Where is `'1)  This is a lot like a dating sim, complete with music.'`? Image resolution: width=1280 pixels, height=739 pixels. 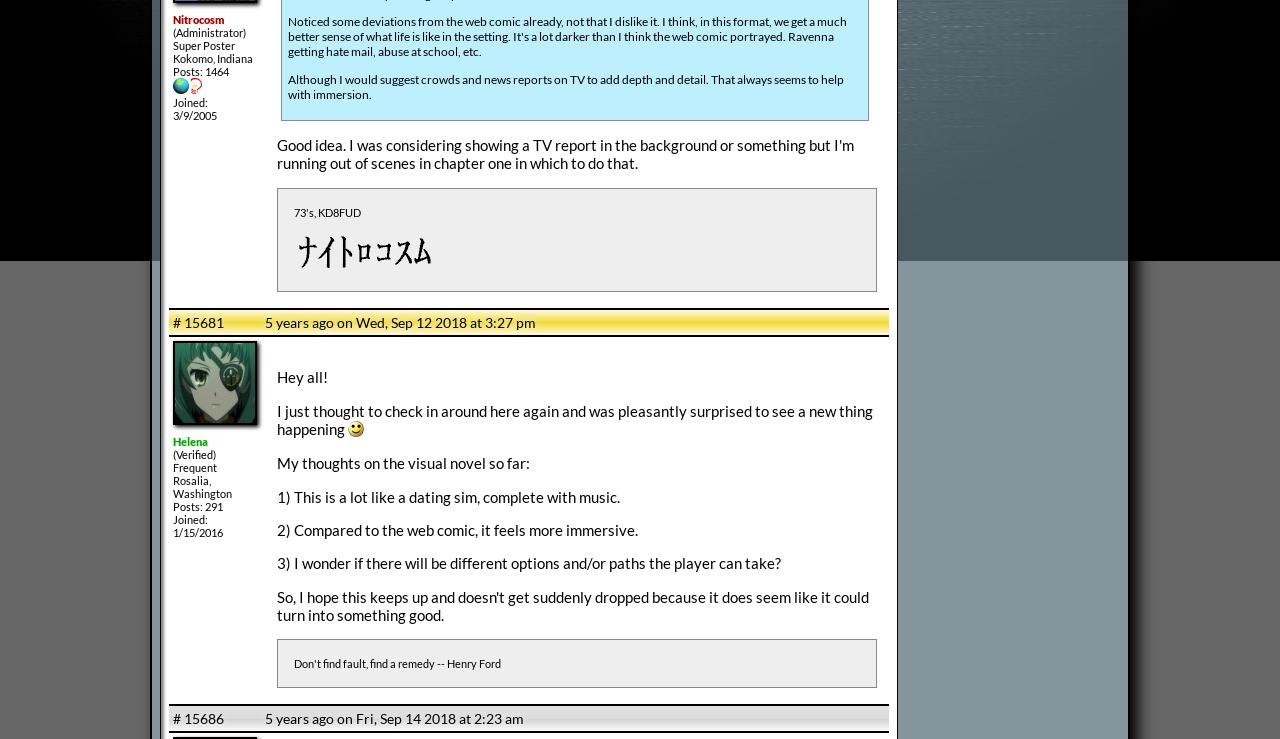
'1)  This is a lot like a dating sim, complete with music.' is located at coordinates (447, 495).